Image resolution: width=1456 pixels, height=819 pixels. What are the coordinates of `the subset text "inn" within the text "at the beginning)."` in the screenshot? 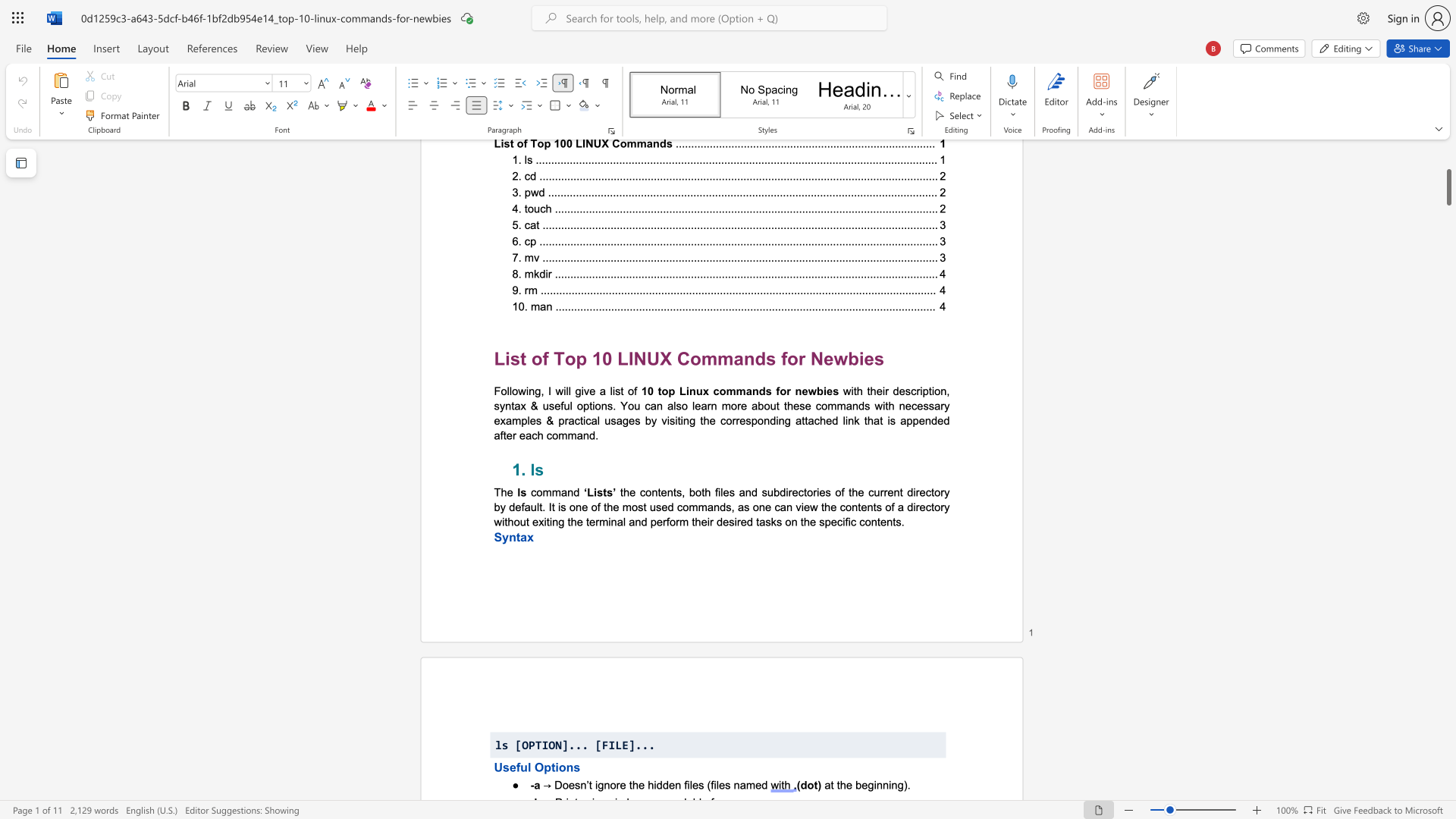 It's located at (874, 785).